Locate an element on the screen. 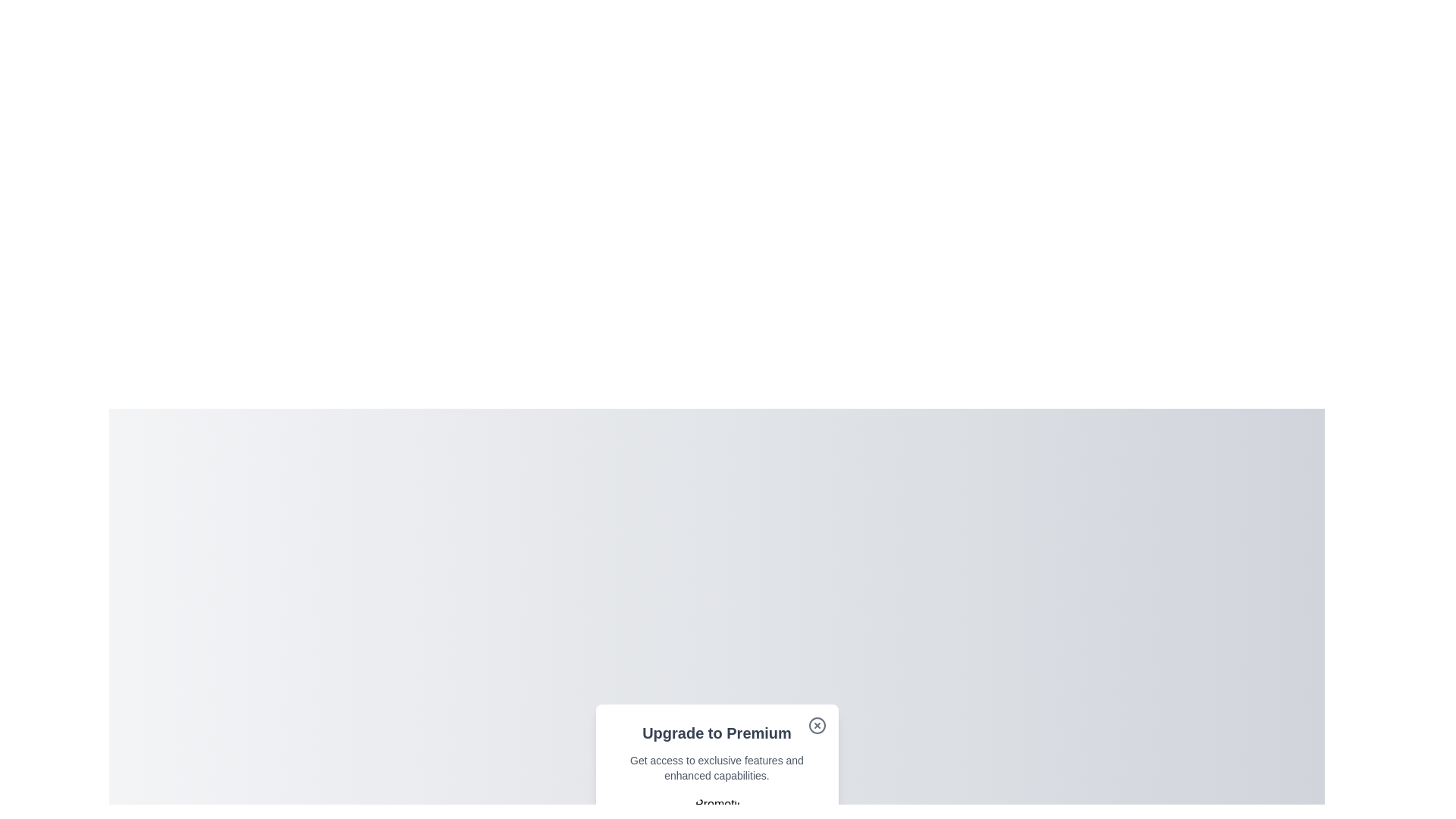  the element close_button to observe its hover effect is located at coordinates (816, 724).